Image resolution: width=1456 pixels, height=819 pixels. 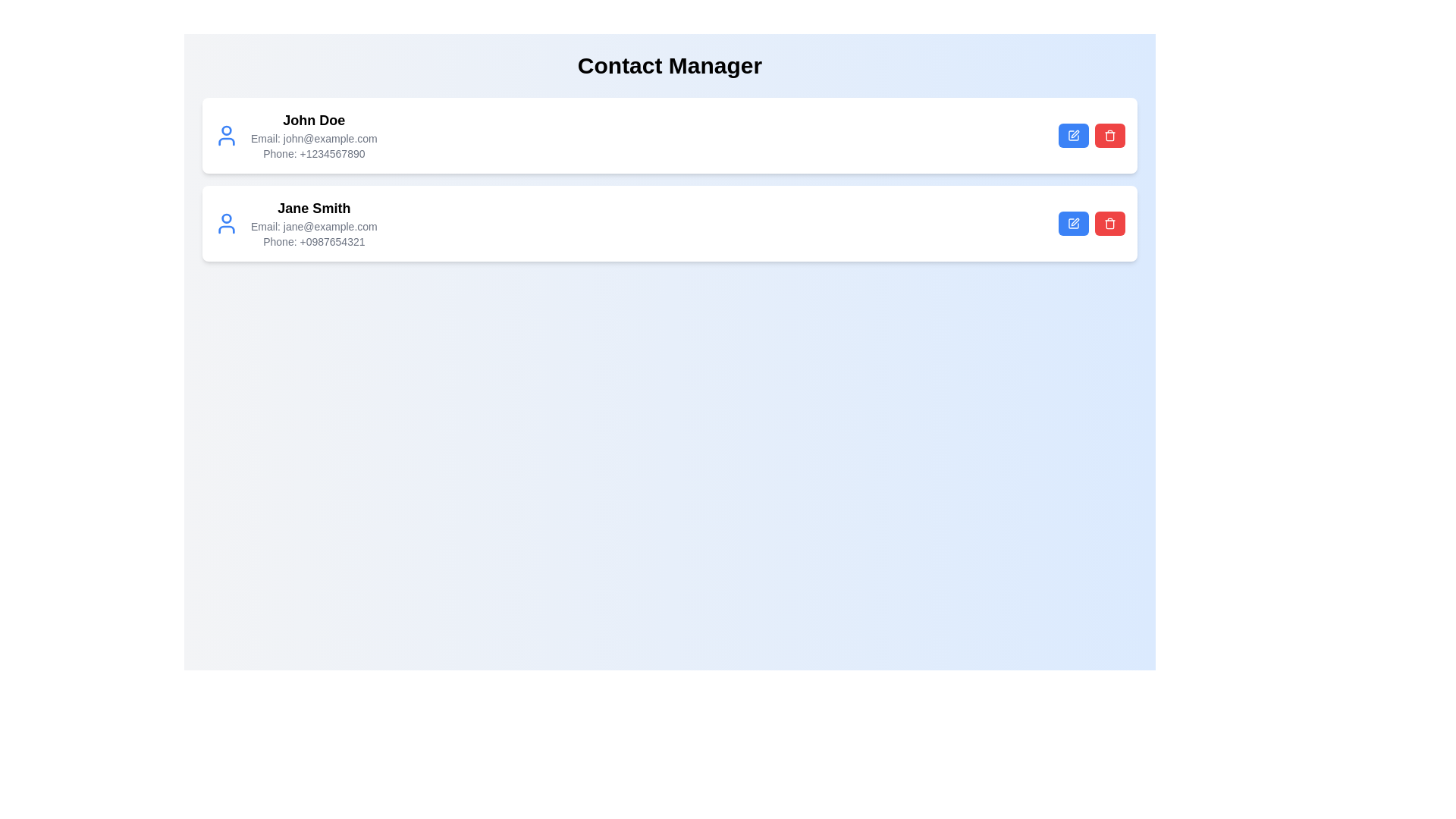 What do you see at coordinates (1074, 133) in the screenshot?
I see `the edit icon located in the top right corner of the first contact information card, which is embedded within a blue circular button` at bounding box center [1074, 133].